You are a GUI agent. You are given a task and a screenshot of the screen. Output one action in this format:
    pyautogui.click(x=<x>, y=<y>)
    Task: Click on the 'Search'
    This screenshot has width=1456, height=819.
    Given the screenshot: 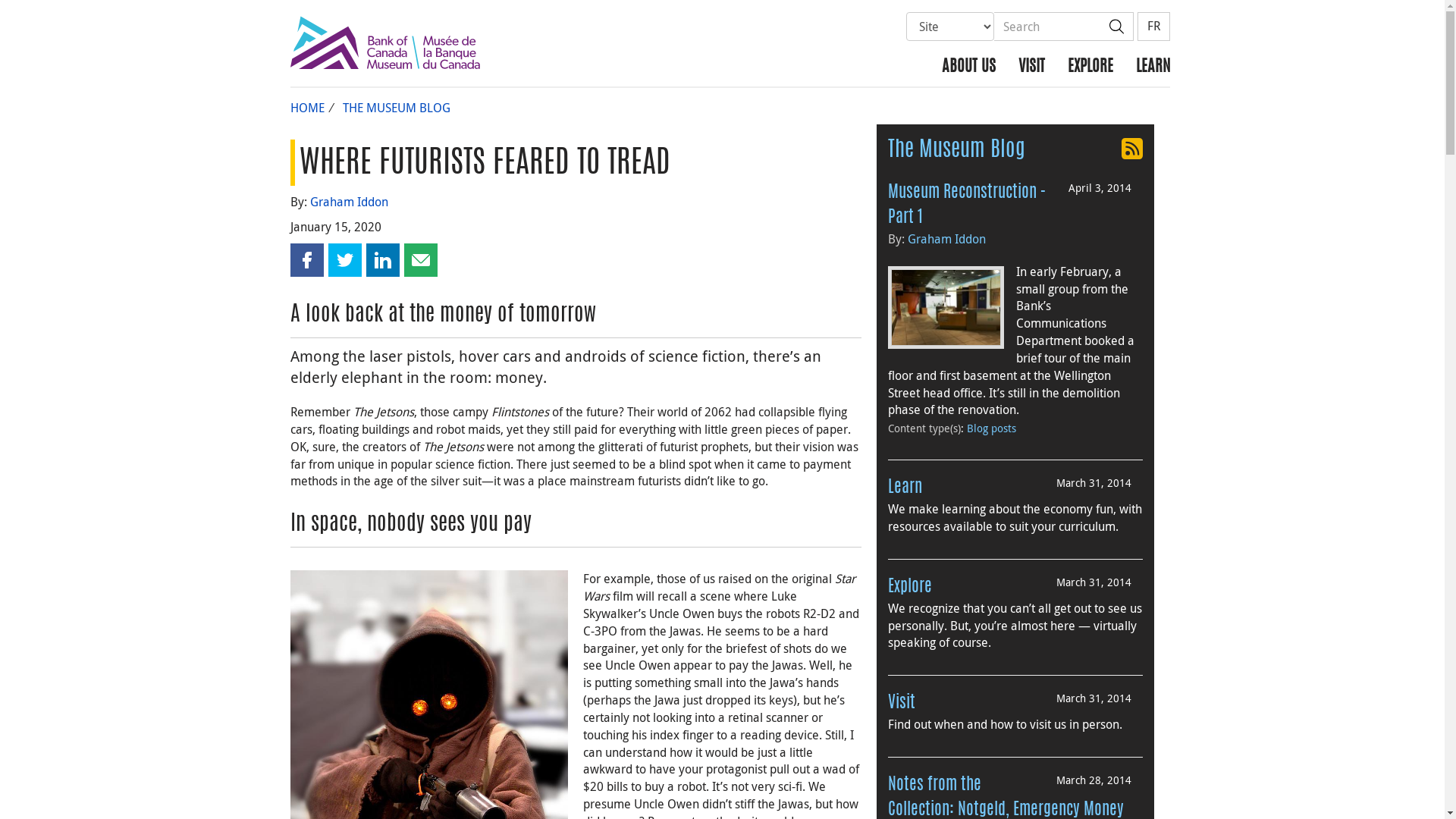 What is the action you would take?
    pyautogui.click(x=1116, y=26)
    